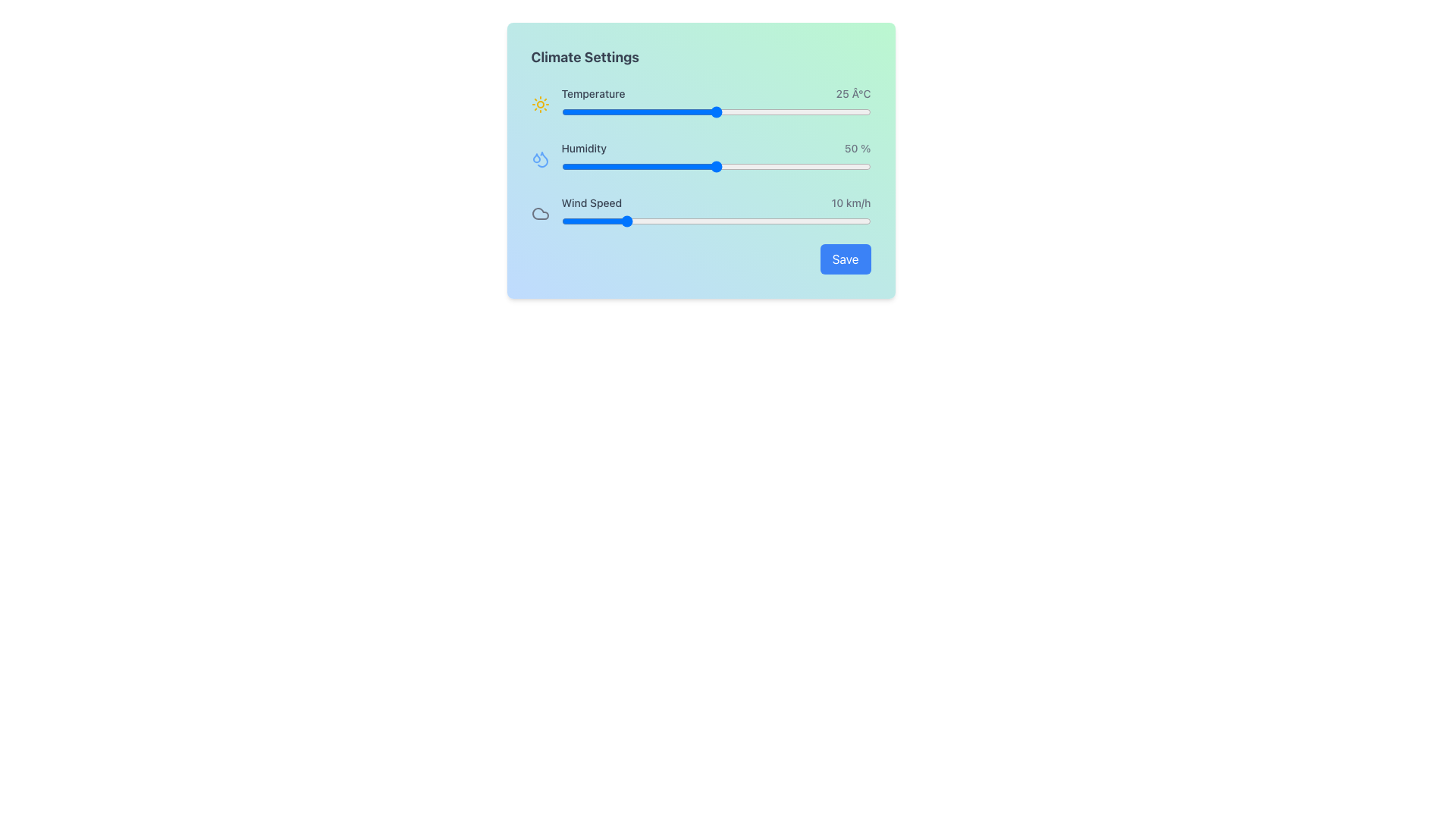  Describe the element at coordinates (821, 166) in the screenshot. I see `the humidity` at that location.